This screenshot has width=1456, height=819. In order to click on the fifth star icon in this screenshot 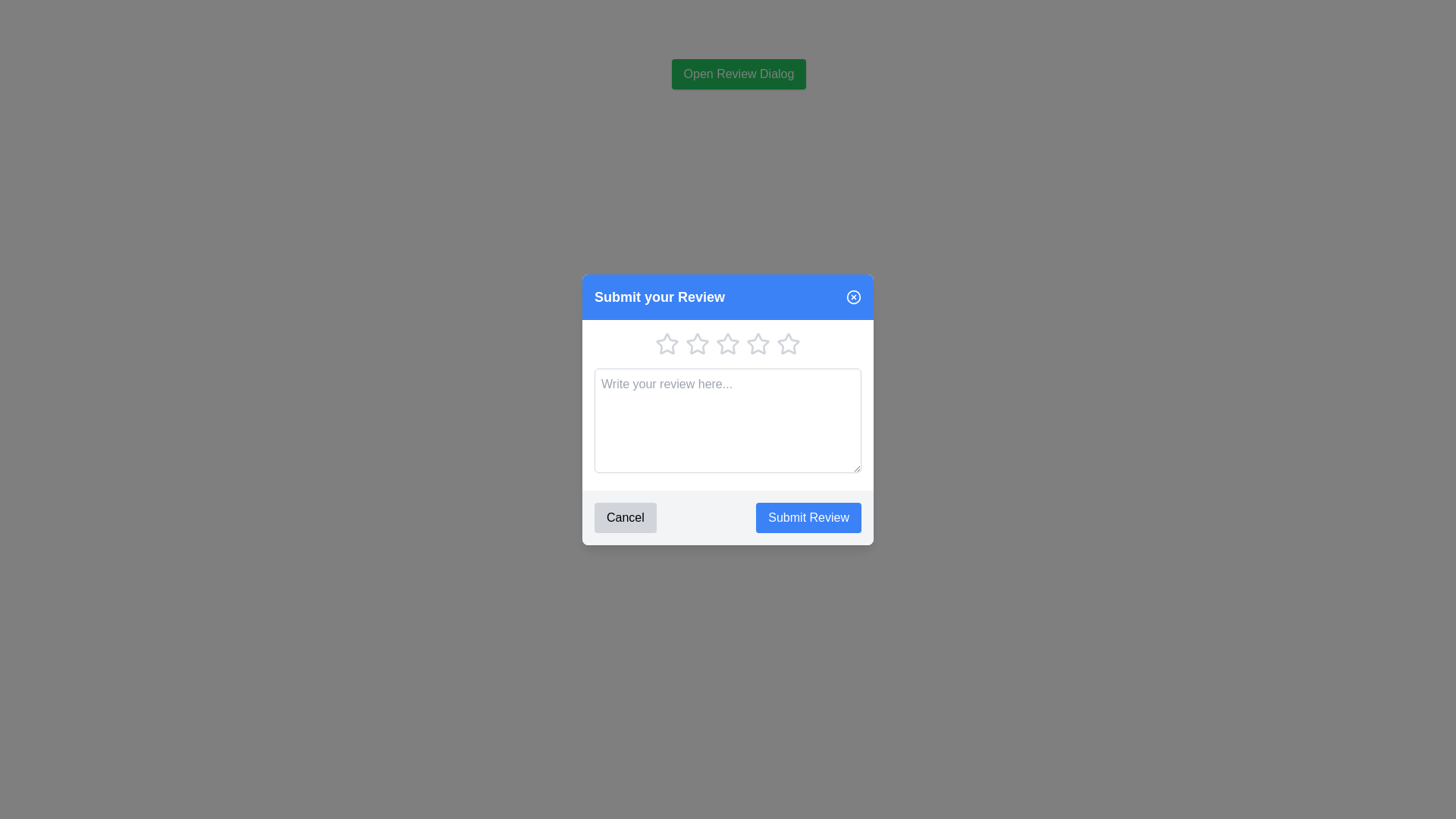, I will do `click(789, 343)`.